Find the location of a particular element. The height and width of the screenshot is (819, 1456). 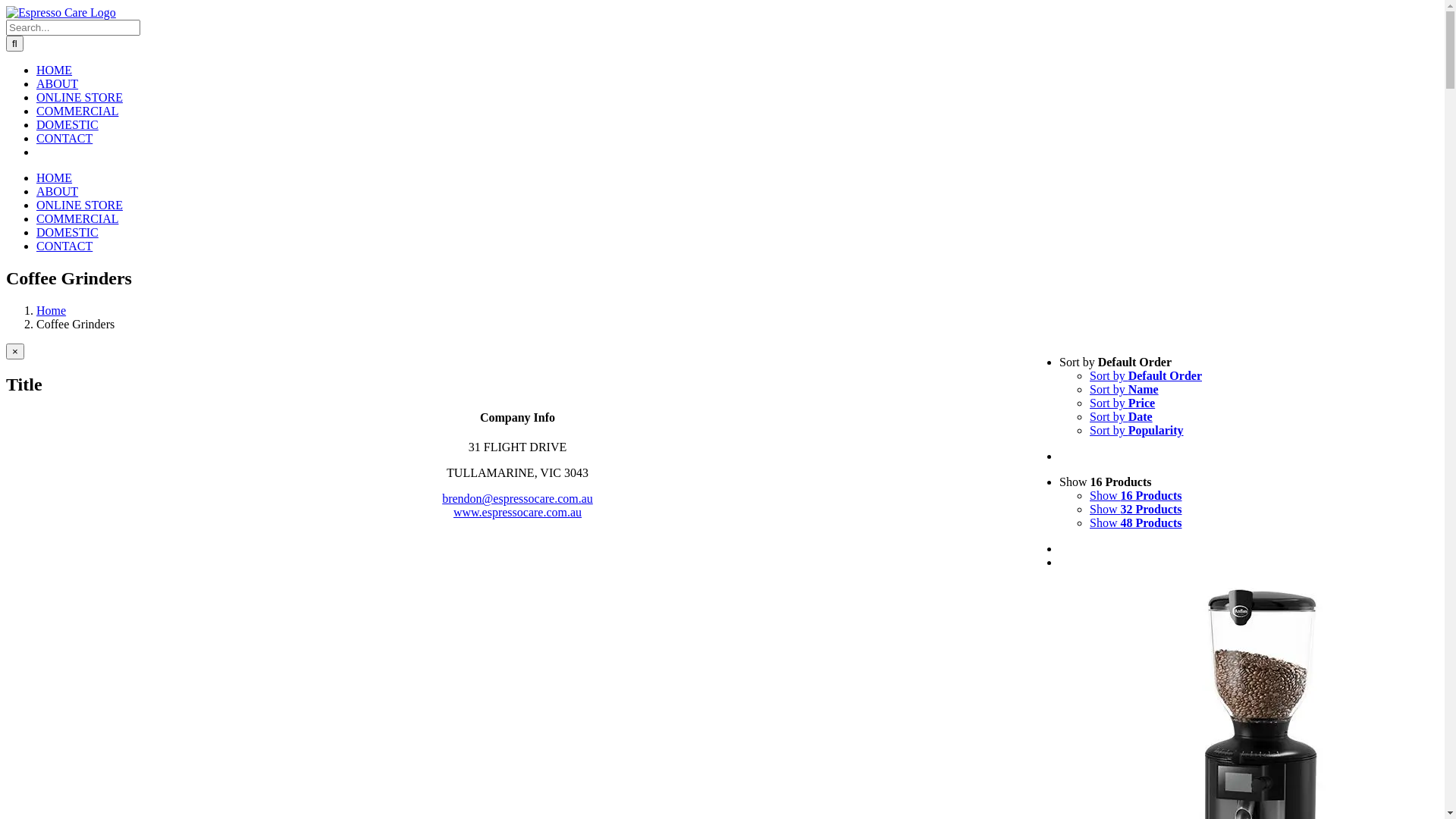

'Sort by Date' is located at coordinates (1121, 416).